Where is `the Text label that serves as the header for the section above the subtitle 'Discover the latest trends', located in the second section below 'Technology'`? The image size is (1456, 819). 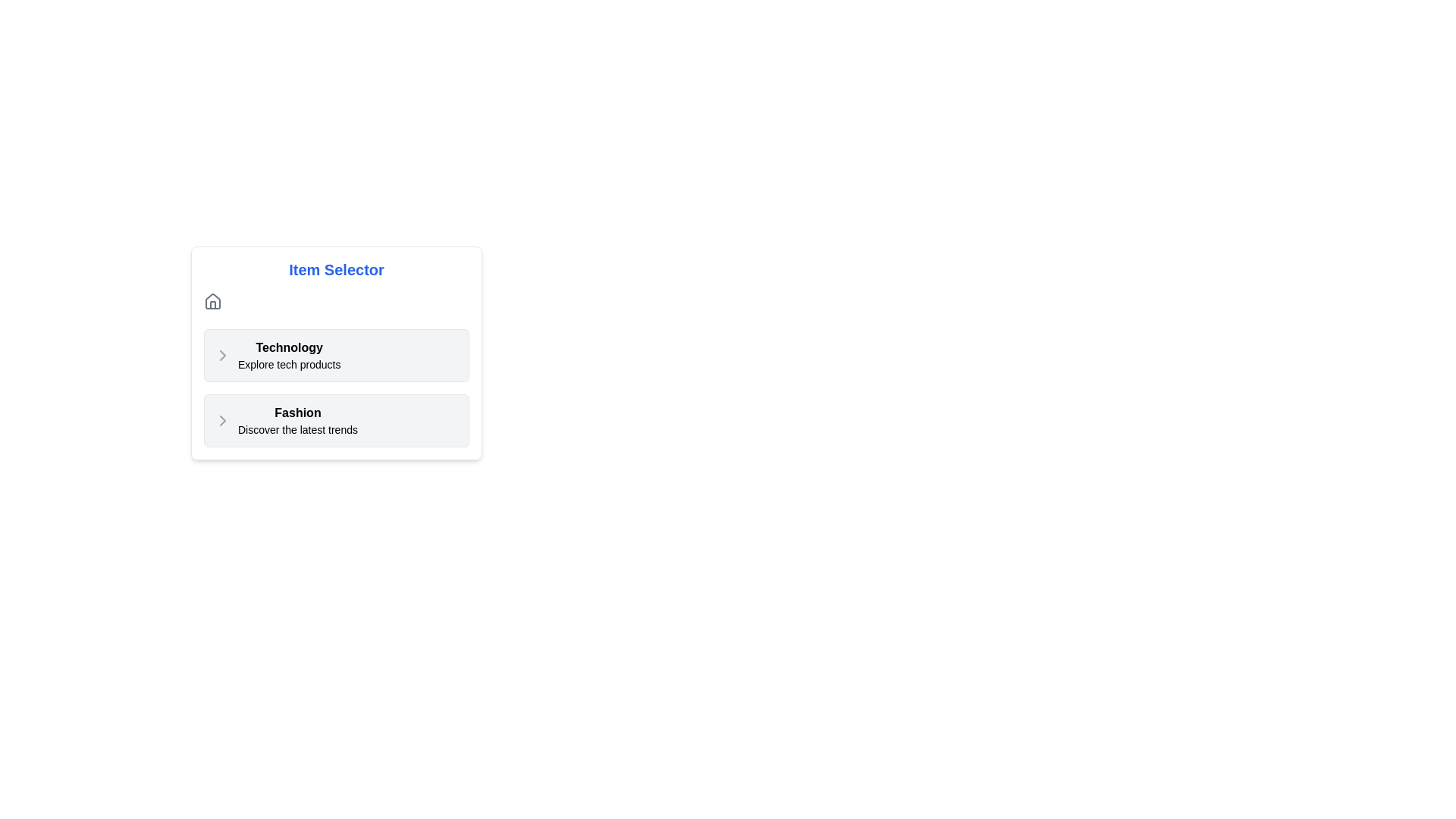
the Text label that serves as the header for the section above the subtitle 'Discover the latest trends', located in the second section below 'Technology' is located at coordinates (298, 413).